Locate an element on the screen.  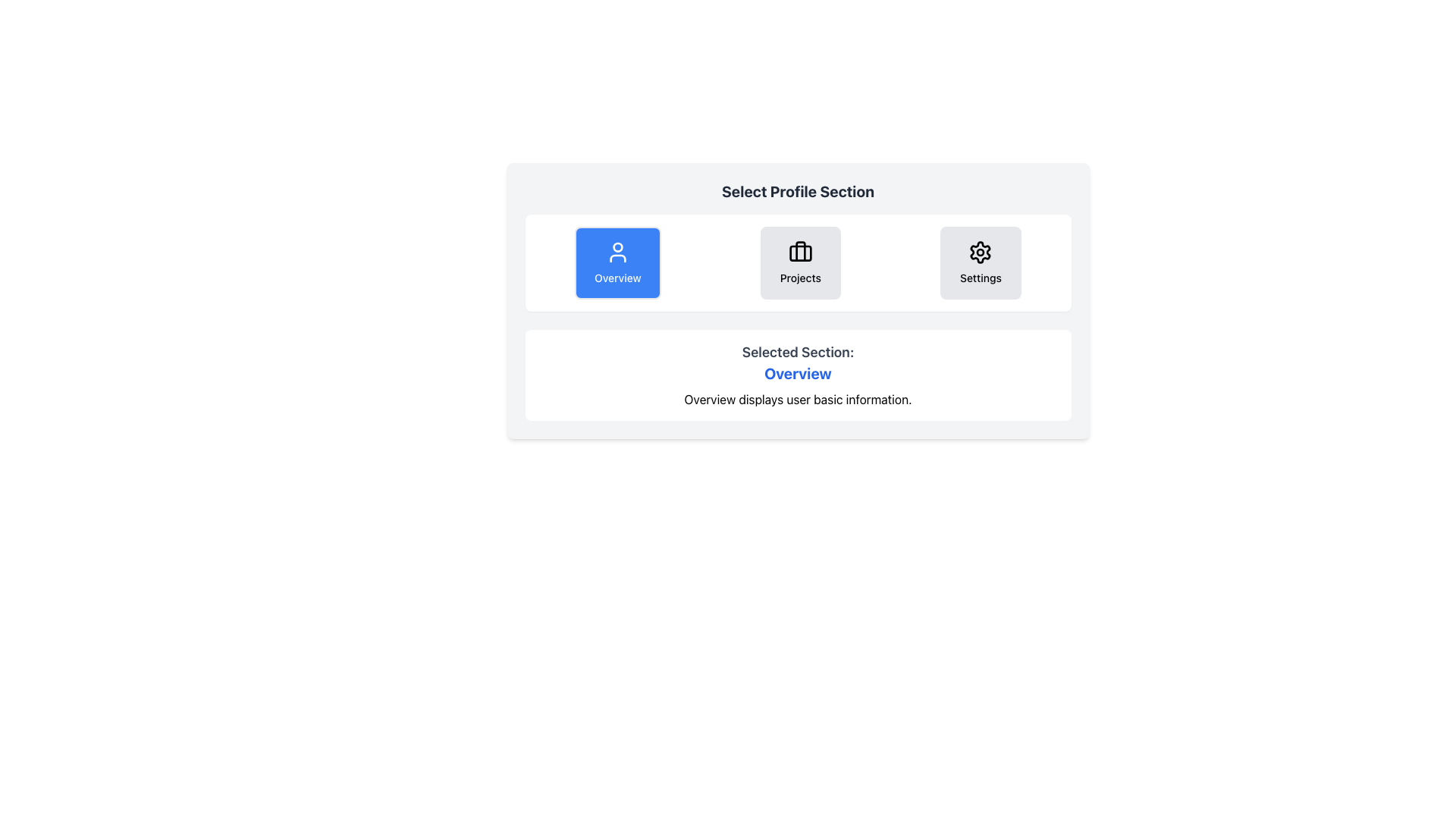
content from the informational display section that shows details about the currently selected 'Overview' section is located at coordinates (797, 375).